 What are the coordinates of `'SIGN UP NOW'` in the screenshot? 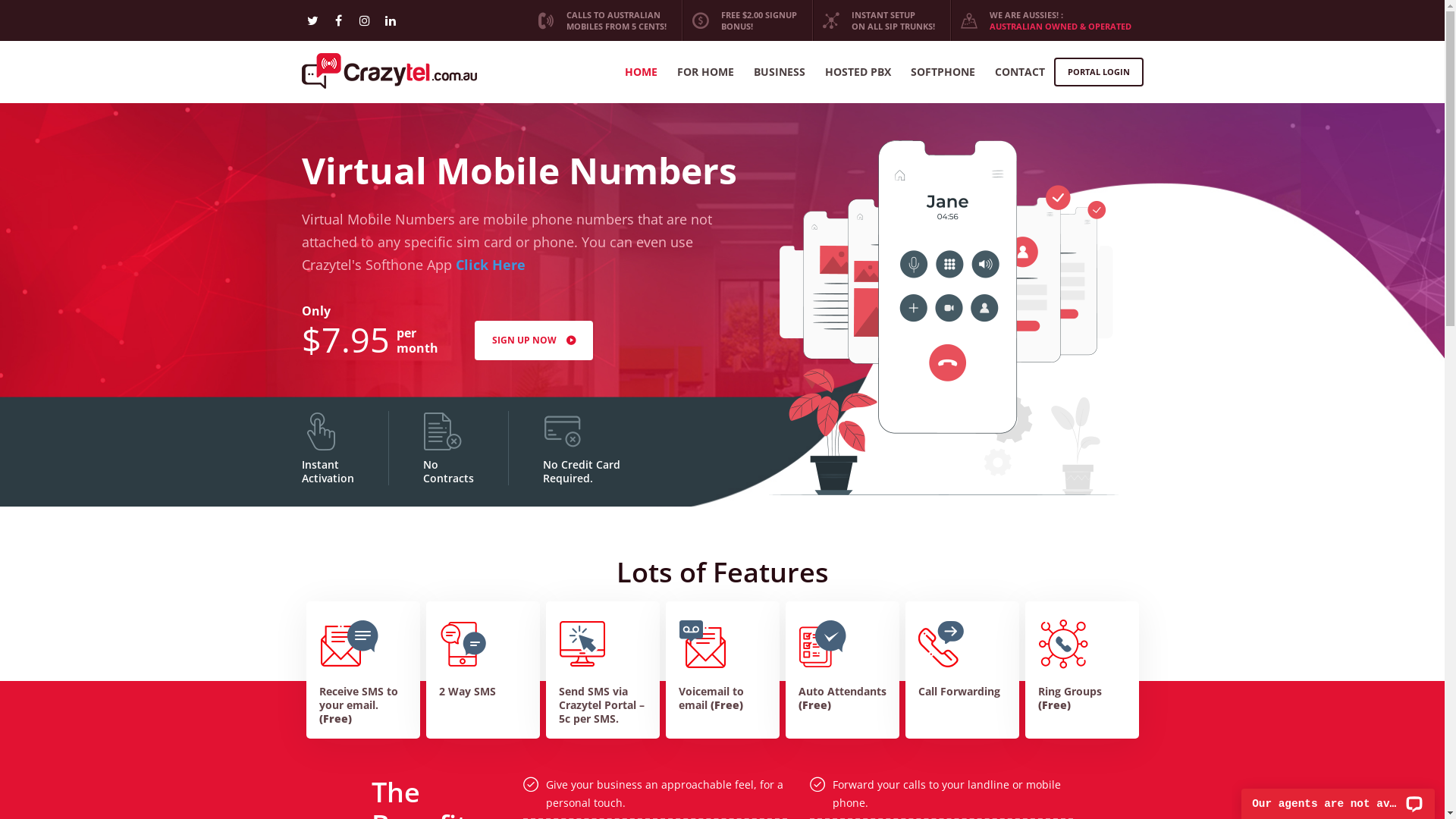 It's located at (534, 339).